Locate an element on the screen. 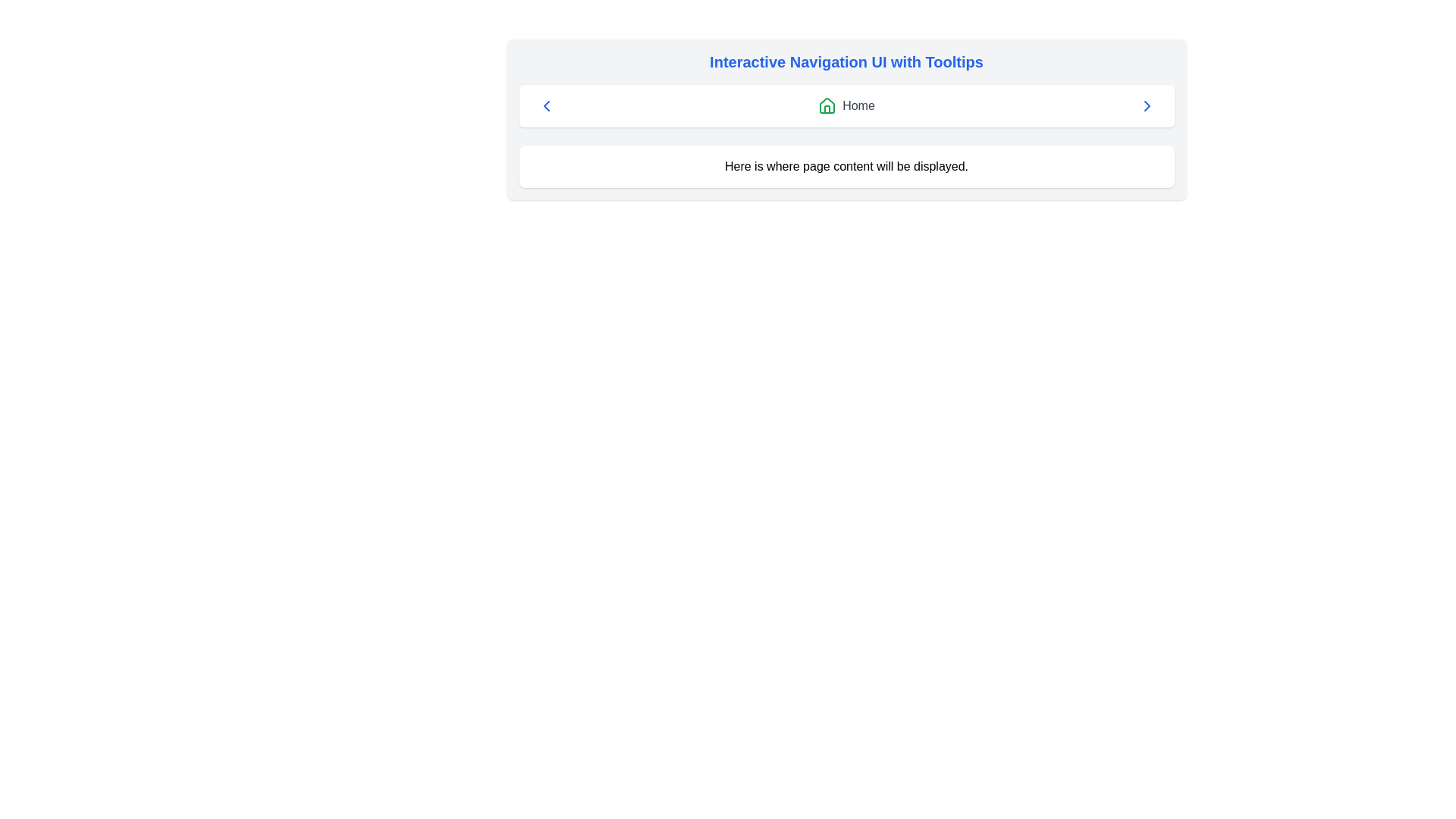 Image resolution: width=1456 pixels, height=819 pixels. the 'Home' button on the horizontal navigation bar is located at coordinates (846, 105).